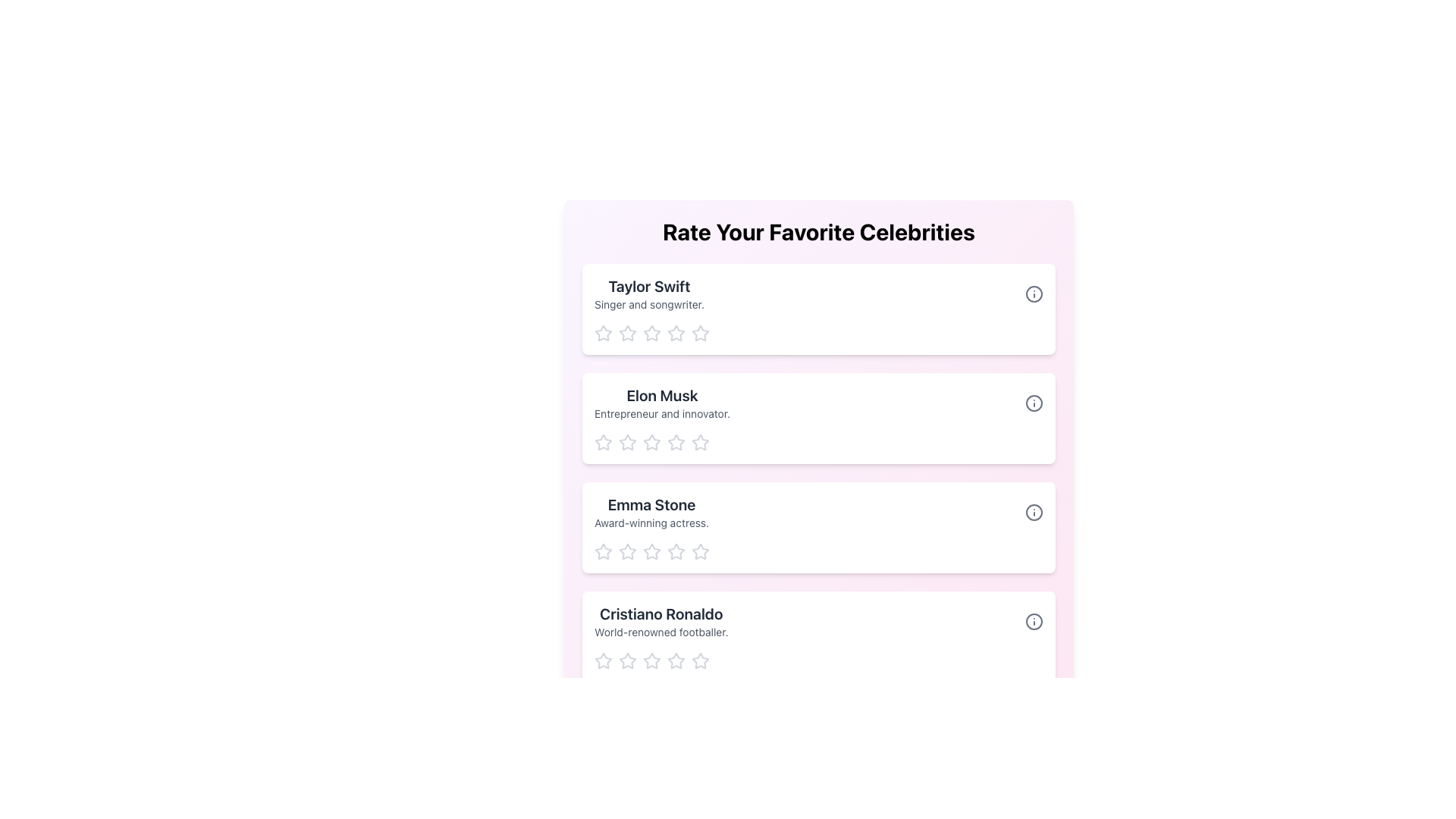 The image size is (1456, 819). What do you see at coordinates (628, 660) in the screenshot?
I see `the first rating star icon located beneath the 'Cristiano Ronaldo' section` at bounding box center [628, 660].